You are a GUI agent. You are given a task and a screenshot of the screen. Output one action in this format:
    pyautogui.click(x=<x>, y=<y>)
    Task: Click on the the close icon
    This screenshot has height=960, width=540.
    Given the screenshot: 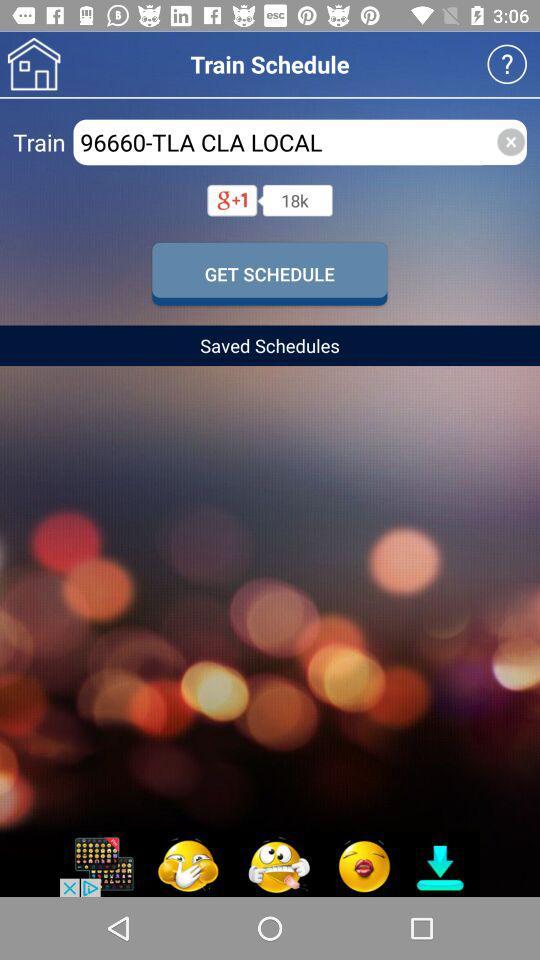 What is the action you would take?
    pyautogui.click(x=511, y=141)
    